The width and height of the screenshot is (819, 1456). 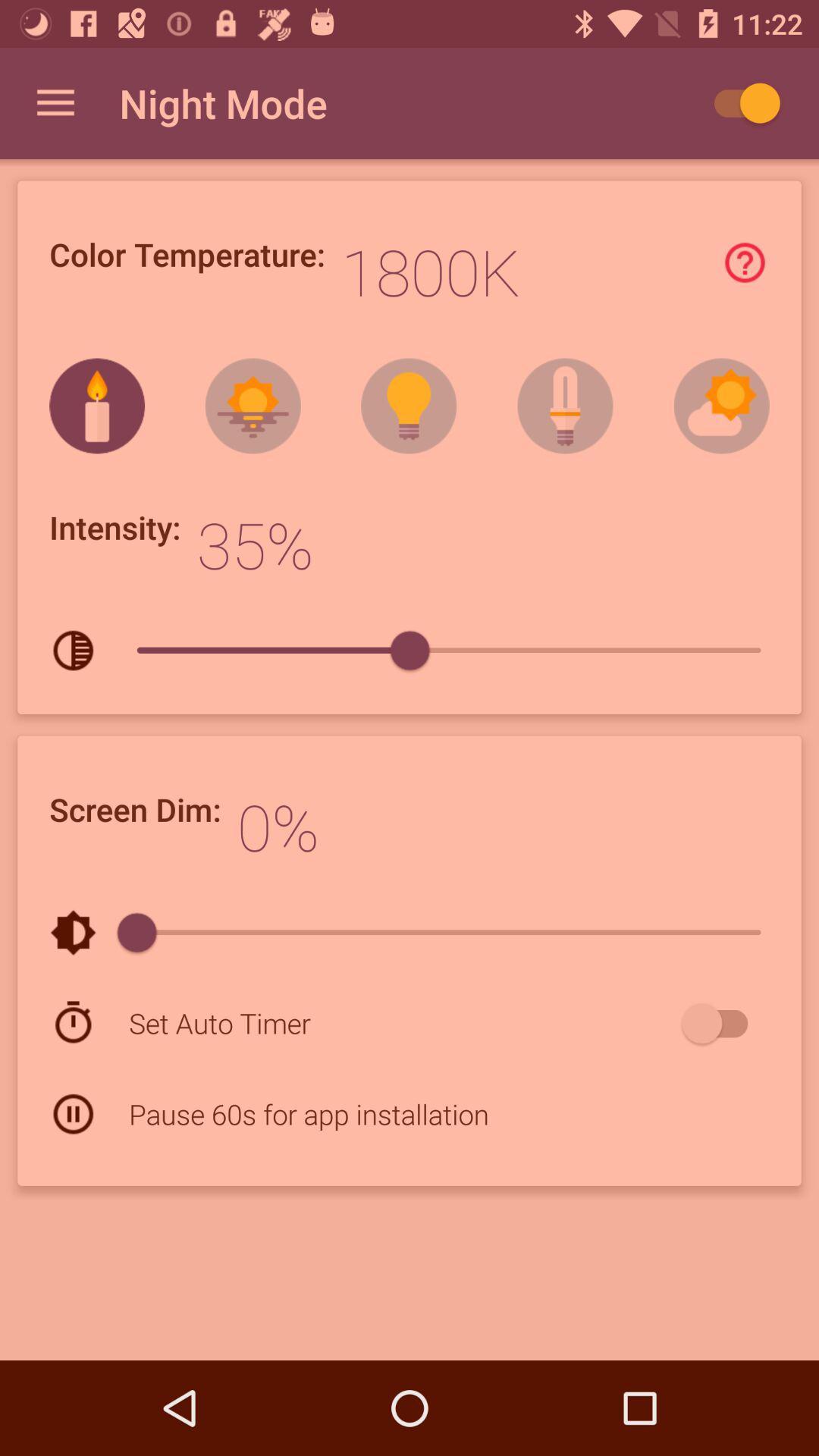 I want to click on the app to the right of the night mode app, so click(x=739, y=102).